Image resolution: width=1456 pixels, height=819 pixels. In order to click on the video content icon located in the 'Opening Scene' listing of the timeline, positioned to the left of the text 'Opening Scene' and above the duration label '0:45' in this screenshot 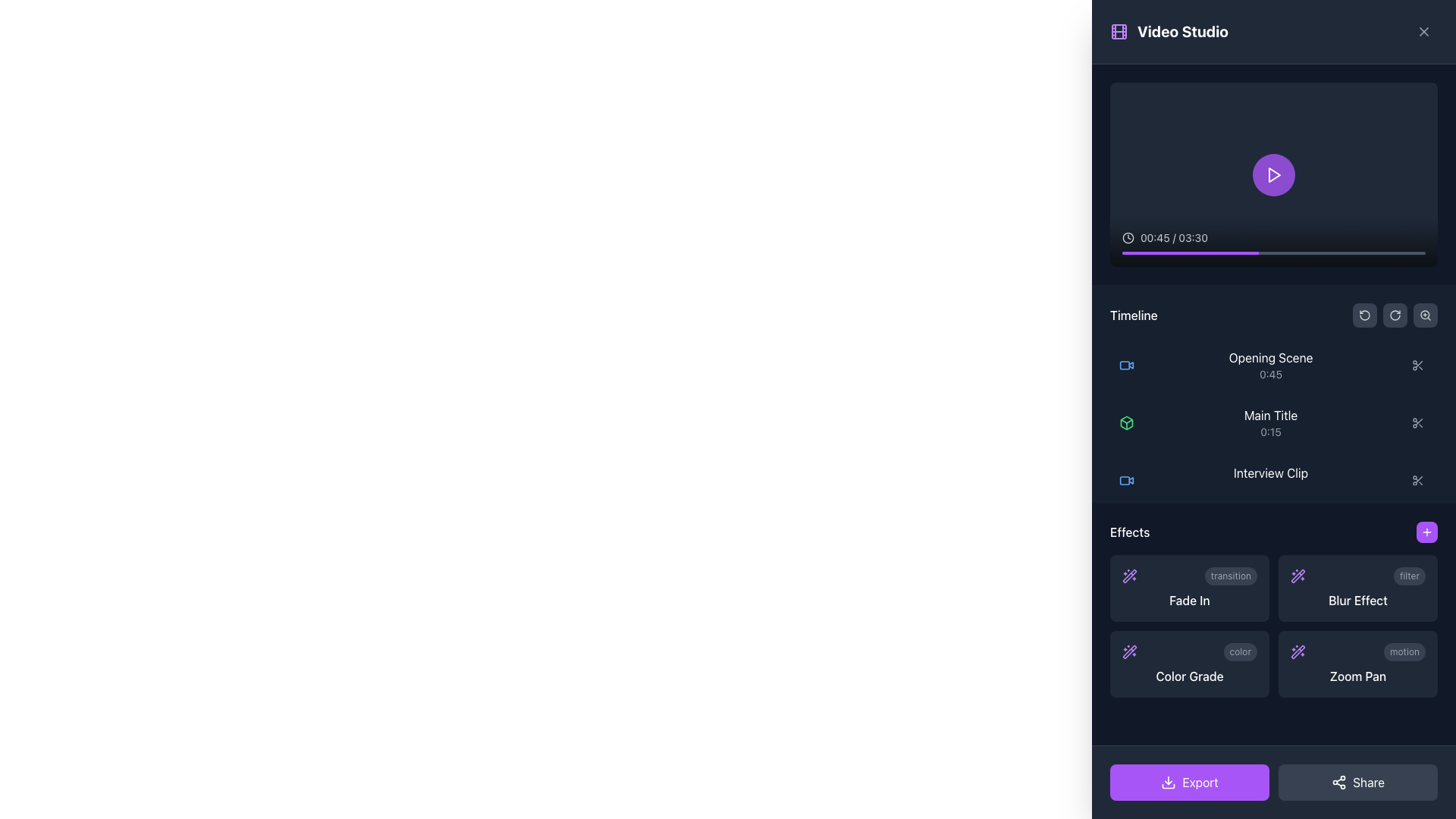, I will do `click(1127, 366)`.